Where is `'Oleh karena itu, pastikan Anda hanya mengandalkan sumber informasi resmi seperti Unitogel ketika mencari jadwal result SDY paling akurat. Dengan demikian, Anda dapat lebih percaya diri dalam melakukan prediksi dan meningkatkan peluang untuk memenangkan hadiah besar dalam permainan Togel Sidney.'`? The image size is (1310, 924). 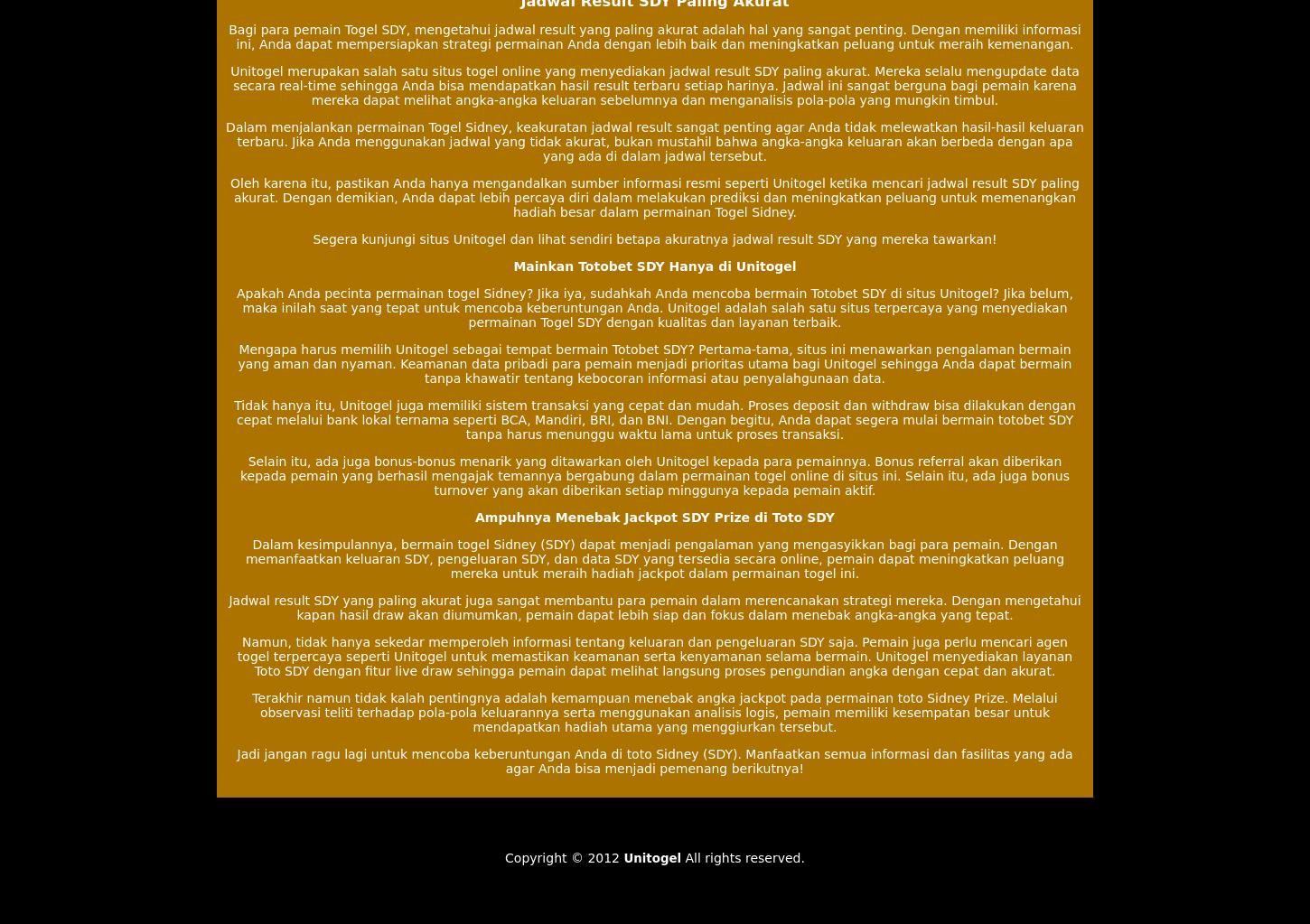
'Oleh karena itu, pastikan Anda hanya mengandalkan sumber informasi resmi seperti Unitogel ketika mencari jadwal result SDY paling akurat. Dengan demikian, Anda dapat lebih percaya diri dalam melakukan prediksi dan meningkatkan peluang untuk memenangkan hadiah besar dalam permainan Togel Sidney.' is located at coordinates (653, 196).